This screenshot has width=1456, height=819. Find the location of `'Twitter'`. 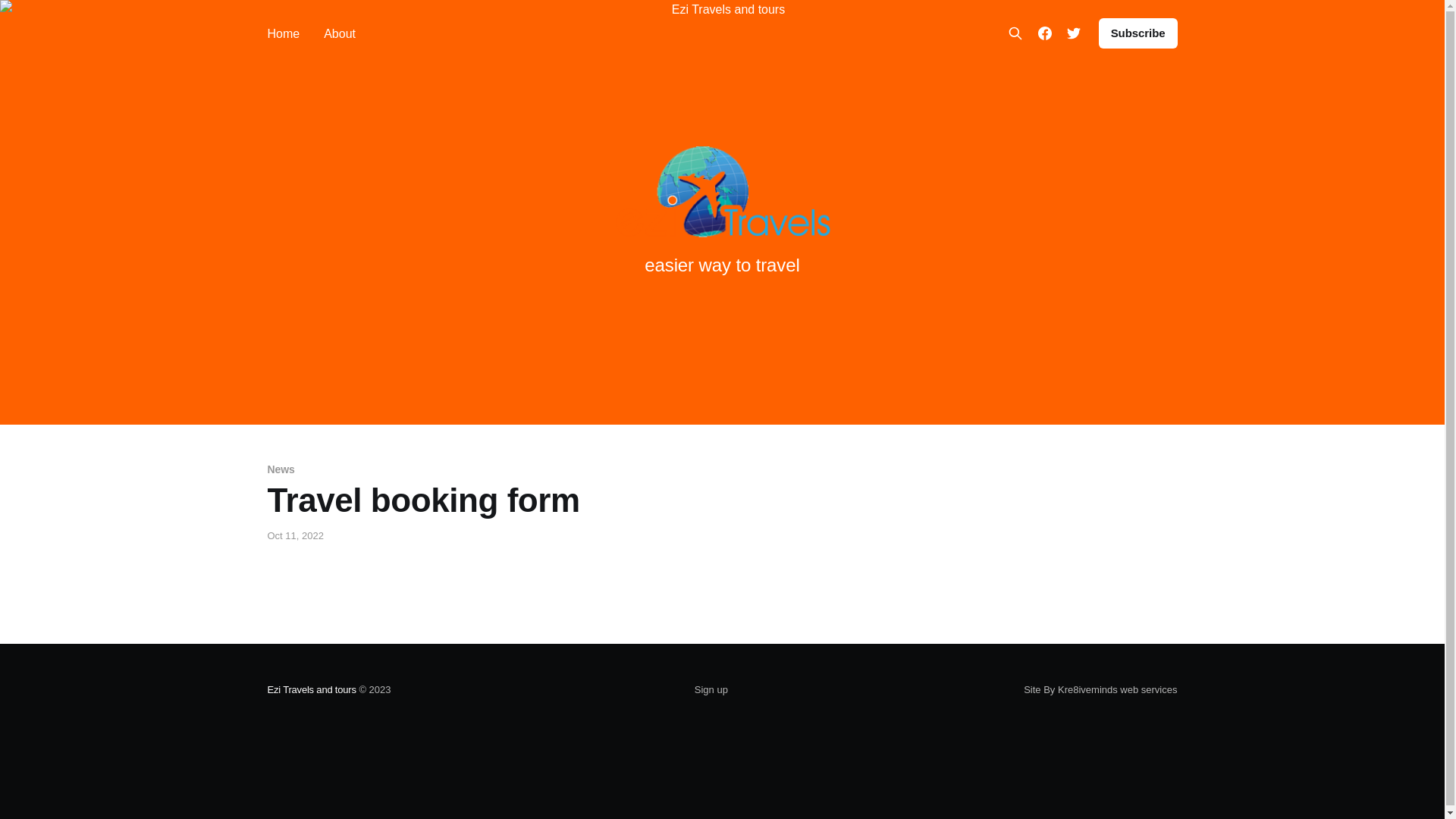

'Twitter' is located at coordinates (1073, 33).